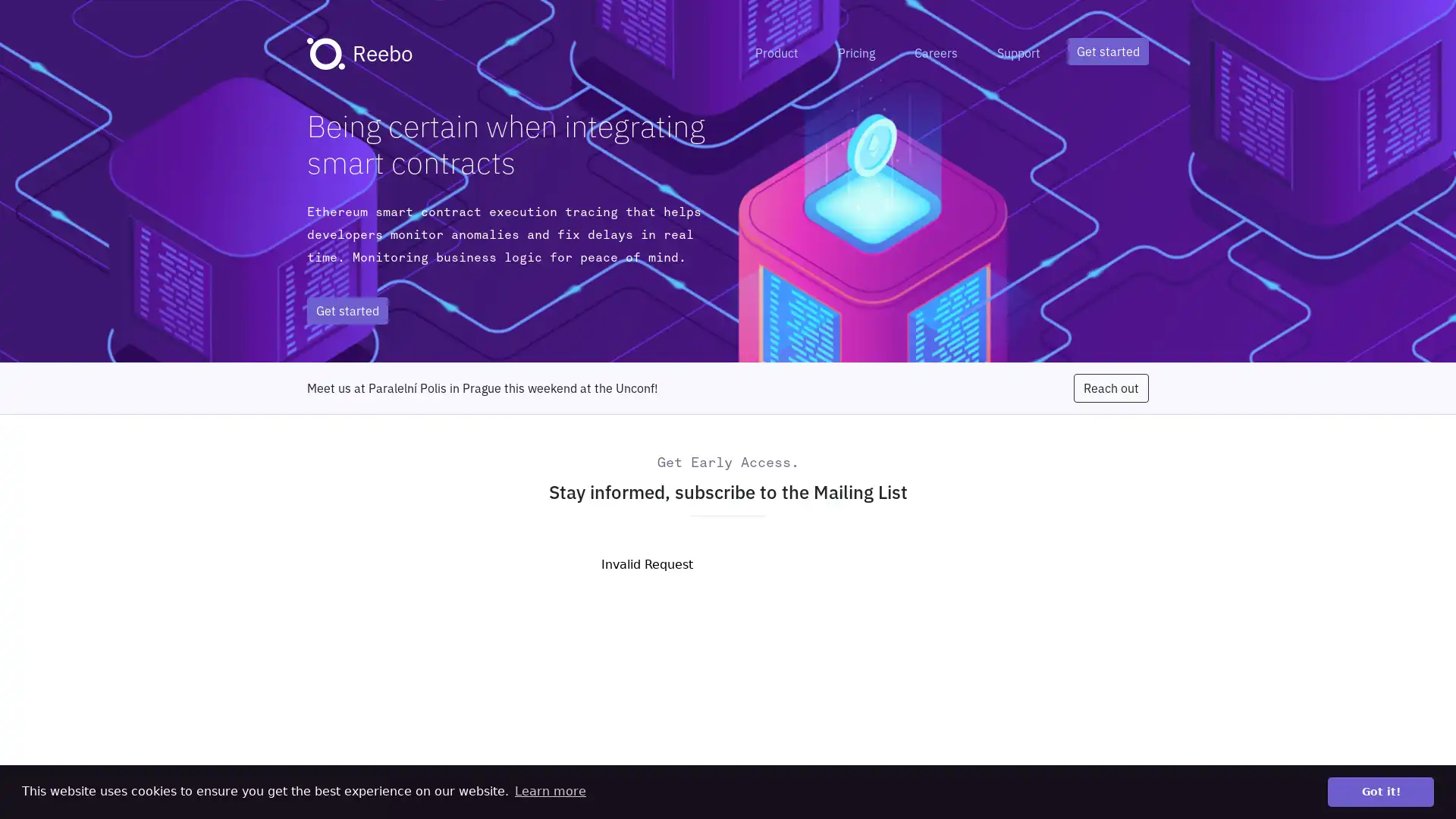 This screenshot has width=1456, height=819. I want to click on learn more about cookies, so click(549, 791).